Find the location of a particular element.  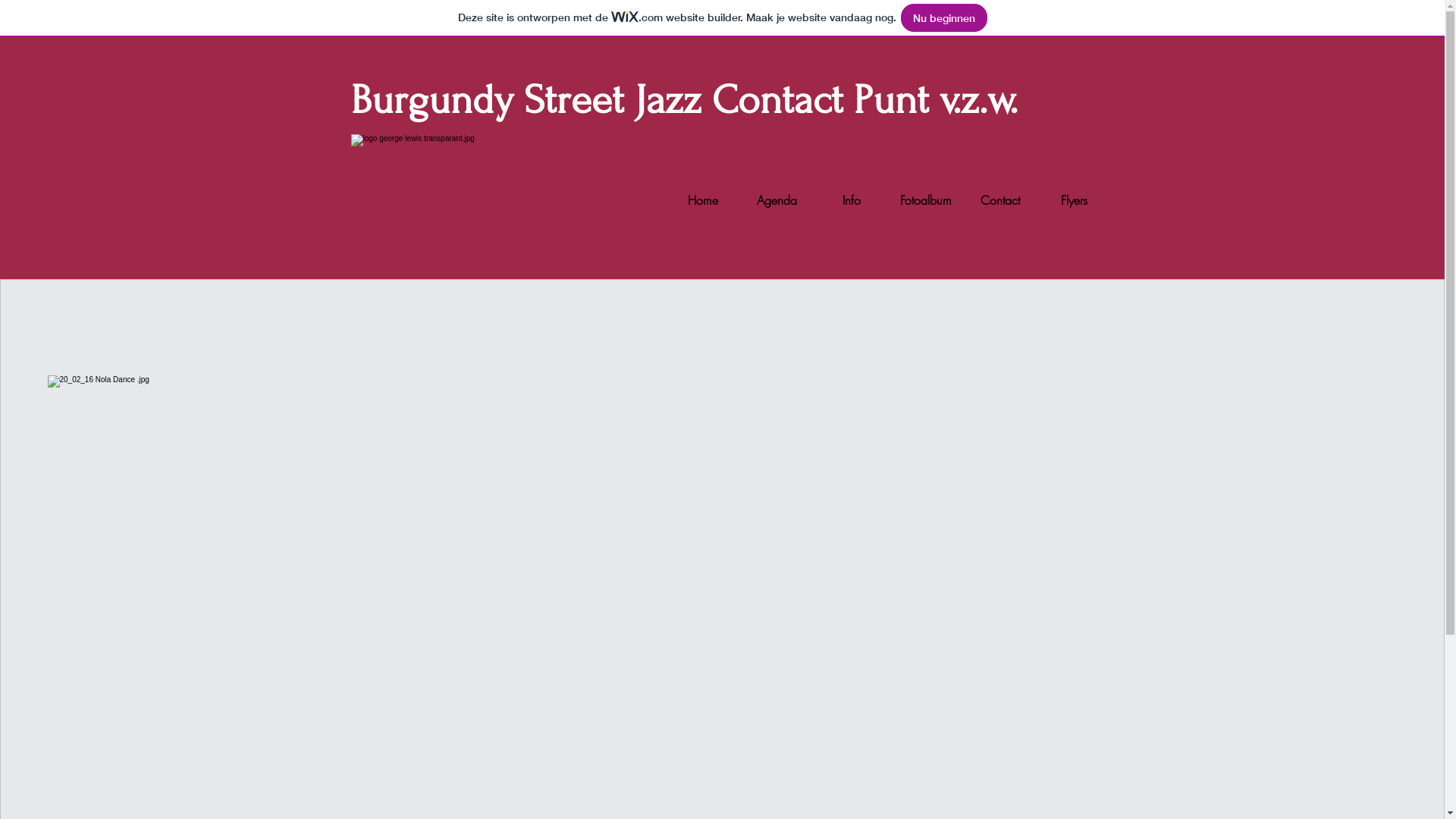

'Agenda' is located at coordinates (777, 199).